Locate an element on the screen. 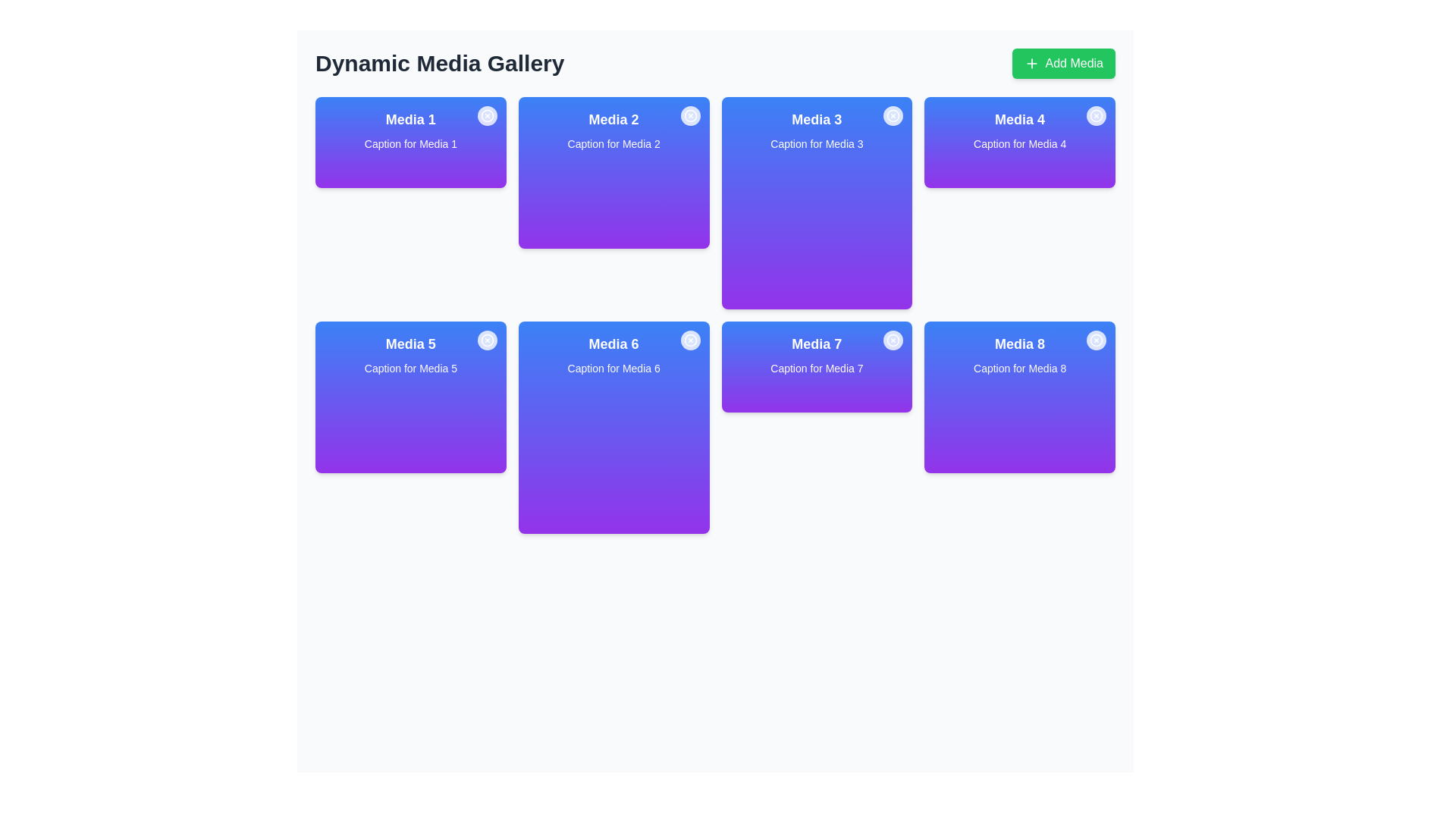 The width and height of the screenshot is (1456, 819). the text 'Media 4' to copy it from the heading styled component located in the upper right corner of the card is located at coordinates (1020, 119).